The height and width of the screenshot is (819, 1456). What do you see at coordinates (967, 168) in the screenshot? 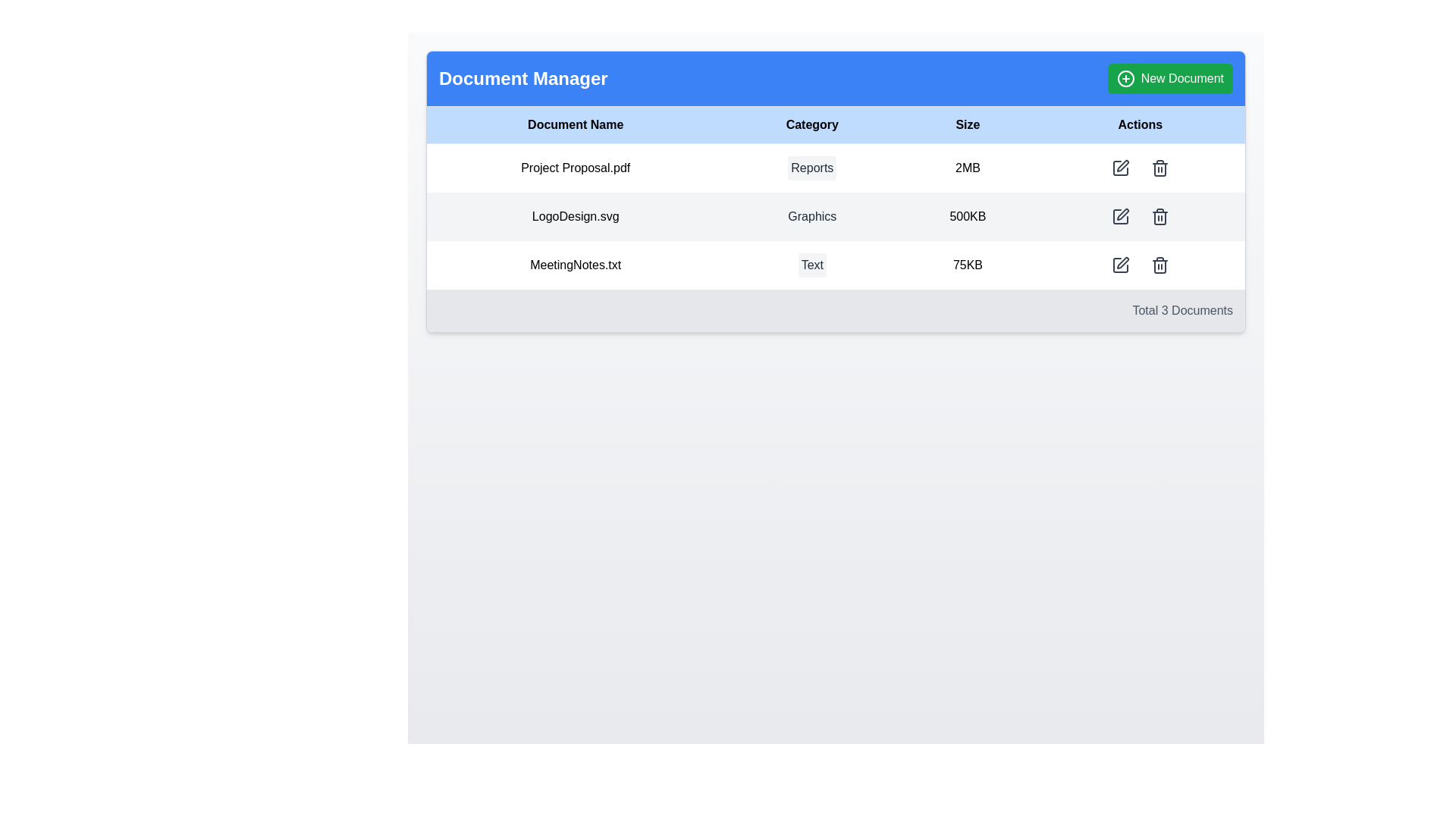
I see `the text label displaying '2MB' located in the 'Size' column of the first row in the main content table` at bounding box center [967, 168].